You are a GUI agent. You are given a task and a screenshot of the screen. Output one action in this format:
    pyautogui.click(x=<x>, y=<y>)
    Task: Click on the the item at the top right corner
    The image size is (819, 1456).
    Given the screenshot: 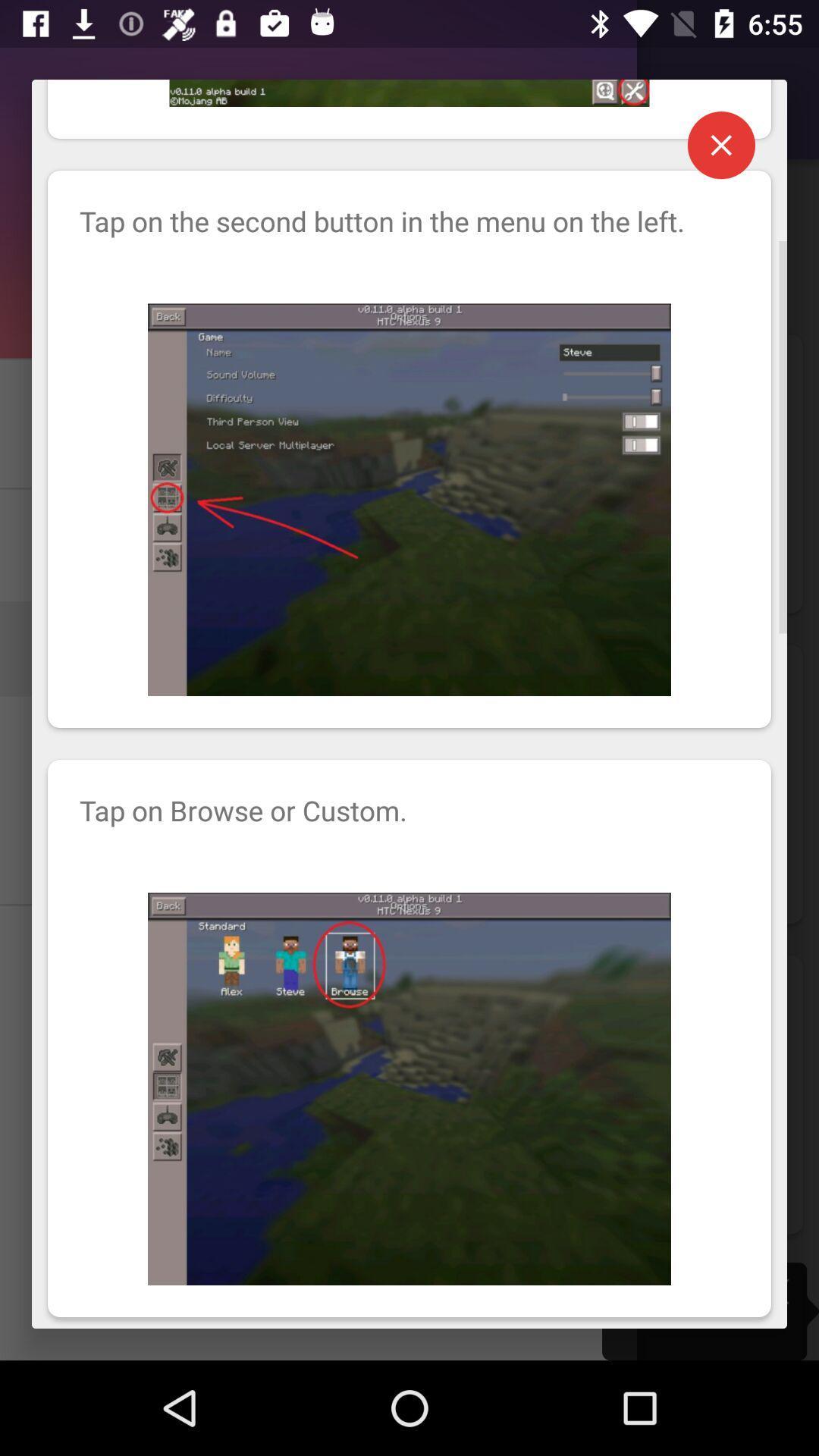 What is the action you would take?
    pyautogui.click(x=720, y=145)
    